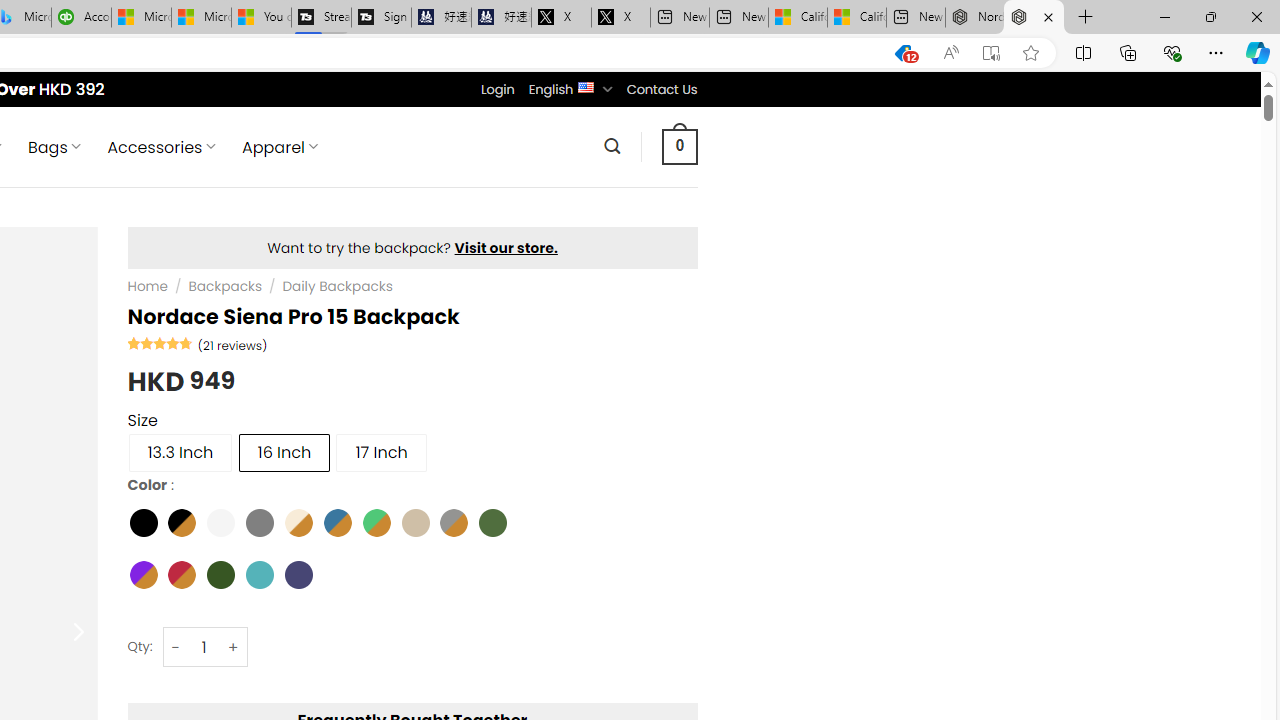 The image size is (1280, 720). Describe the element at coordinates (497, 88) in the screenshot. I see `'Login'` at that location.